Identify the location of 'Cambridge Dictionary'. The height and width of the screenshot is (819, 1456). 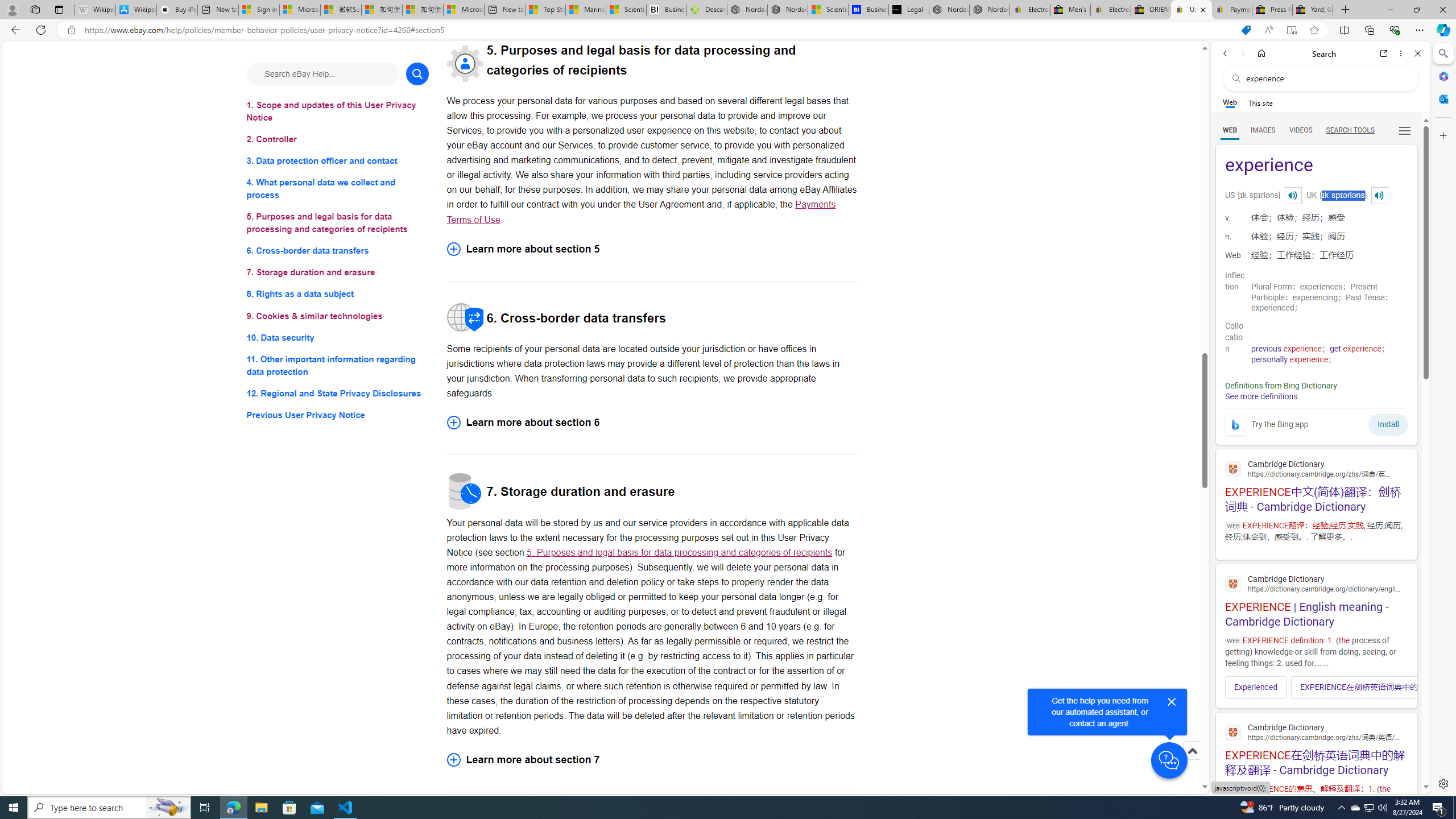
(1316, 731).